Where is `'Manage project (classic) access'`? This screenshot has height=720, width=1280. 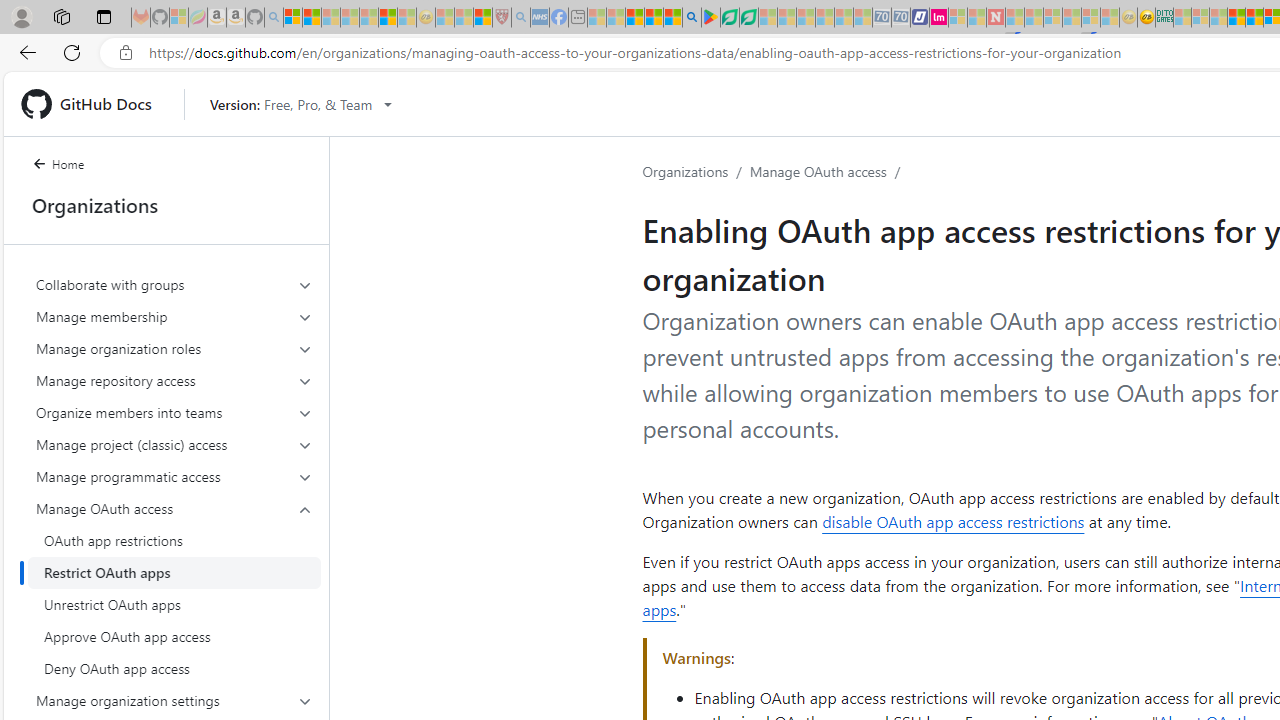
'Manage project (classic) access' is located at coordinates (174, 443).